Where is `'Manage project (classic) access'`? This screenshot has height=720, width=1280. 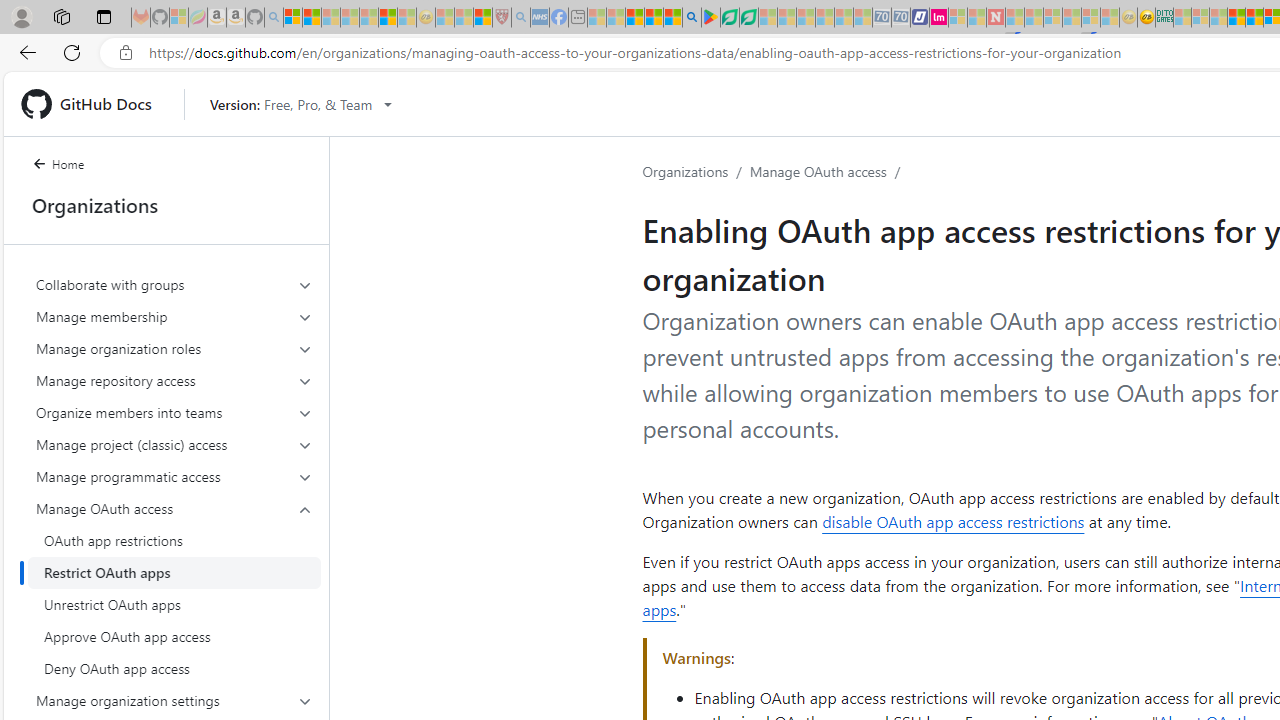
'Manage project (classic) access' is located at coordinates (174, 443).